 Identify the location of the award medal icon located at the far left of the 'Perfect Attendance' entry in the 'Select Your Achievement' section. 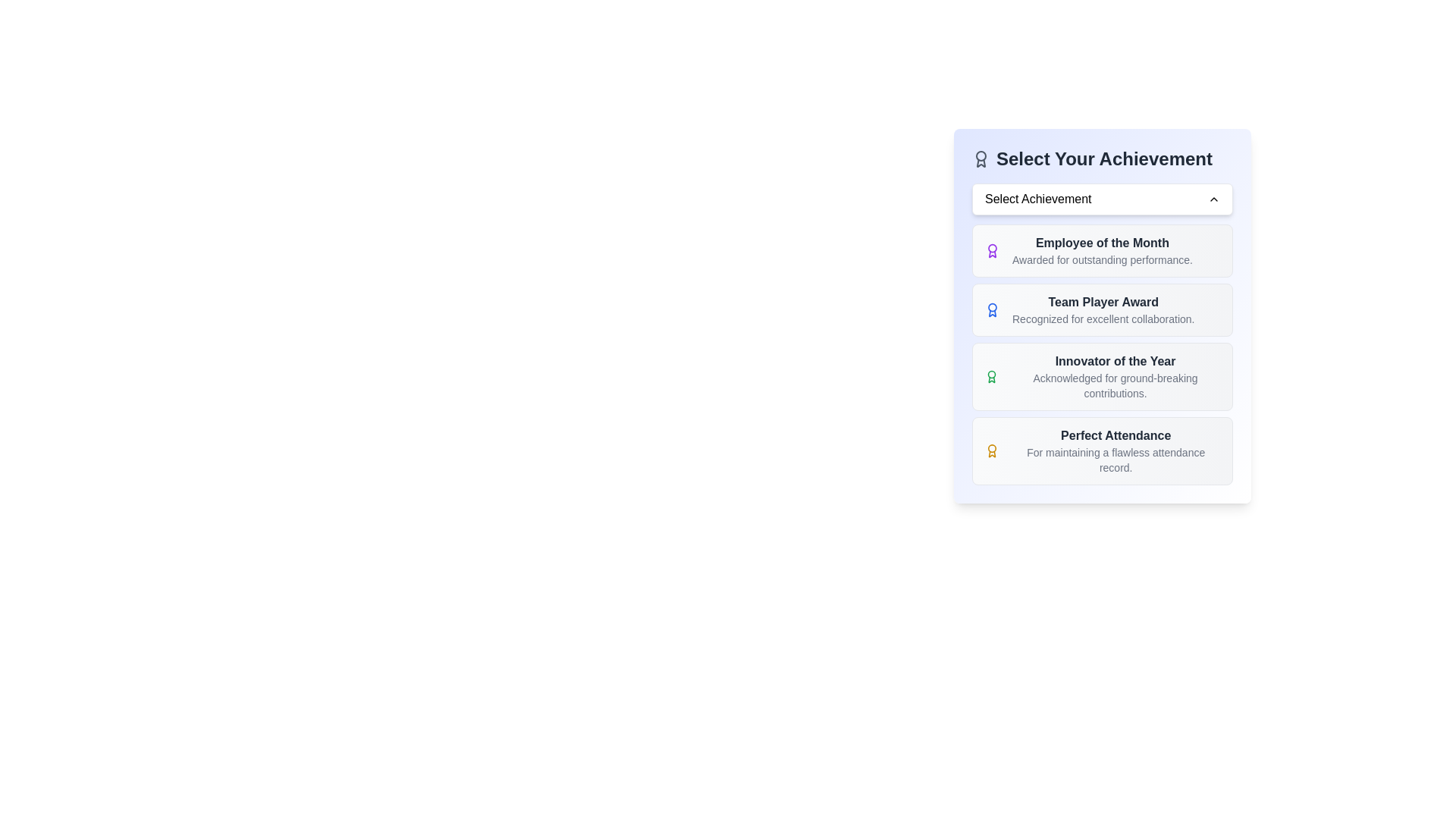
(992, 450).